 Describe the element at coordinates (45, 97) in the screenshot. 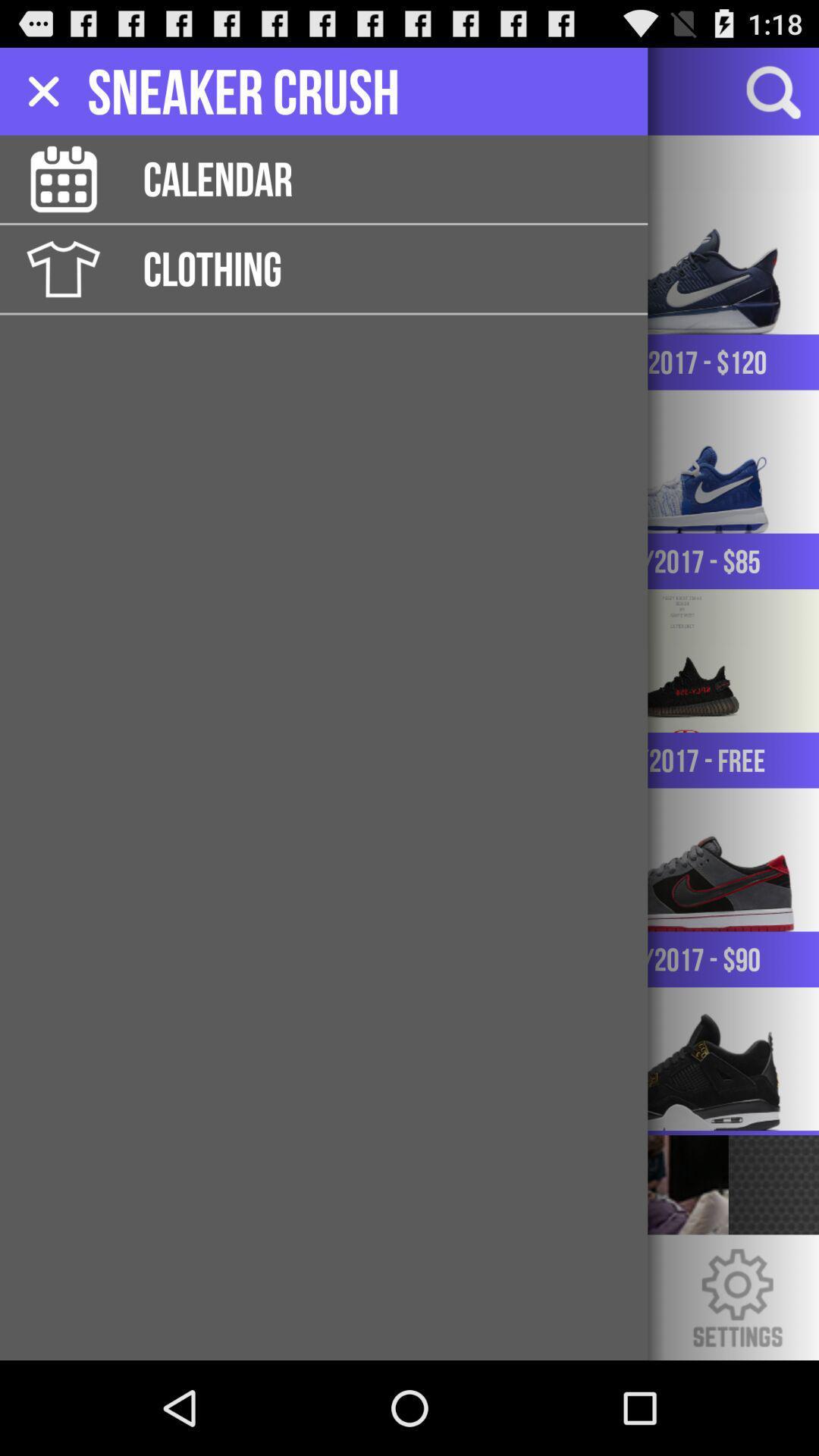

I see `the close icon` at that location.